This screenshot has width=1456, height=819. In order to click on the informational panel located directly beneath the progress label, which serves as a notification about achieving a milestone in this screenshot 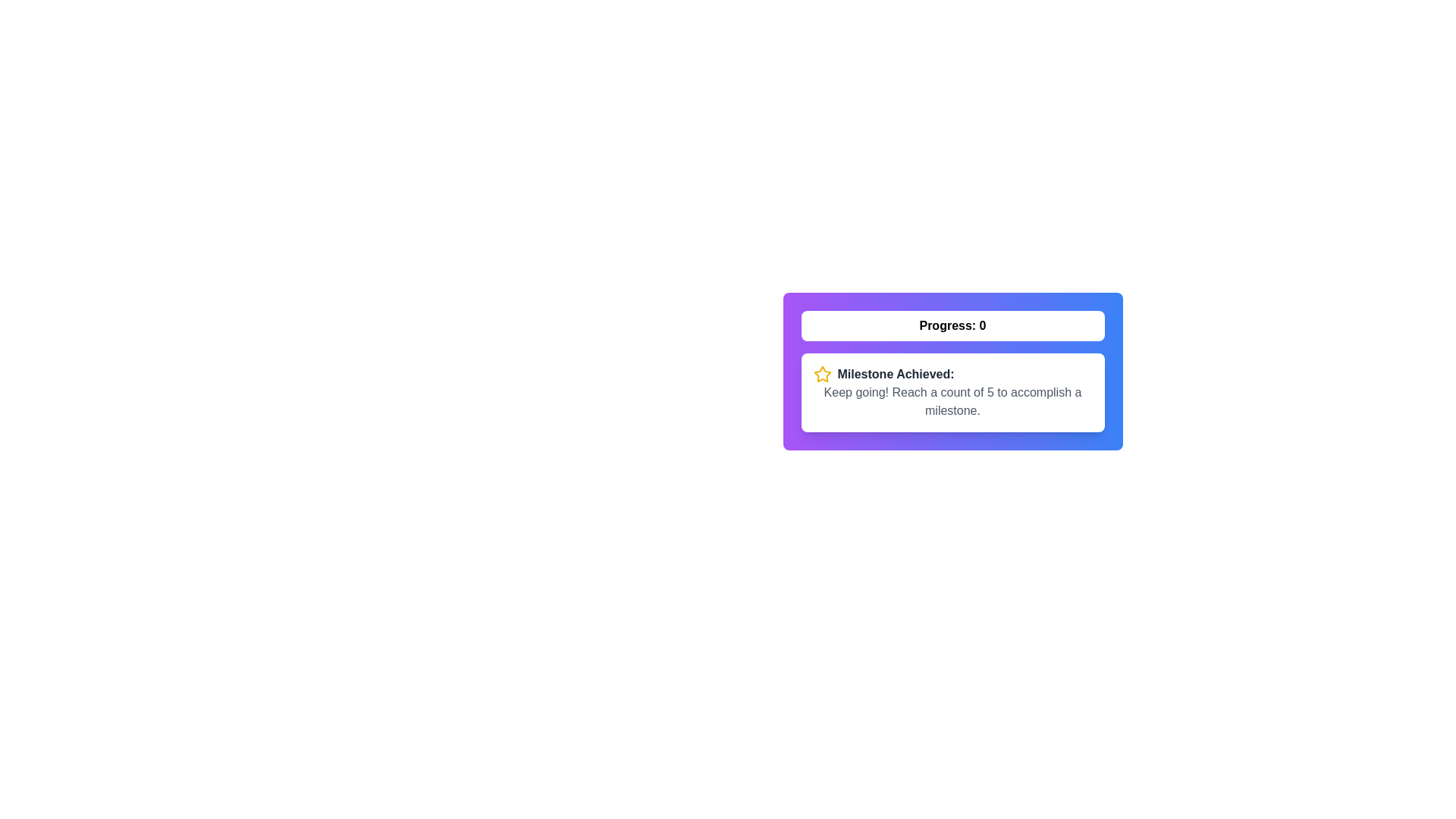, I will do `click(952, 391)`.